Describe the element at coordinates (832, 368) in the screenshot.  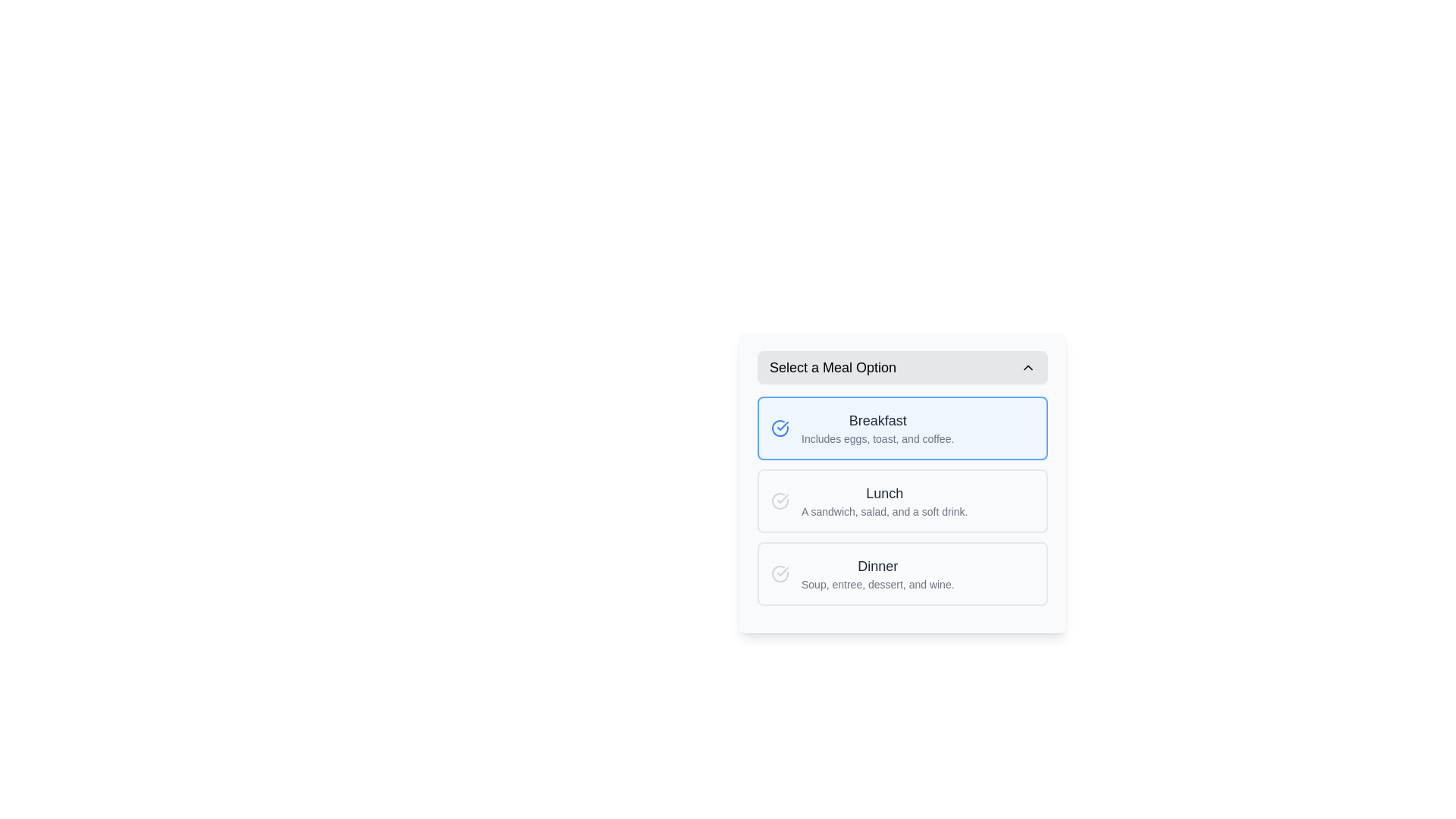
I see `the text label that reads 'Select a Meal Option', which is styled with a large font size and medium font weight, located in a rounded rectangle box with a light grey background` at that location.